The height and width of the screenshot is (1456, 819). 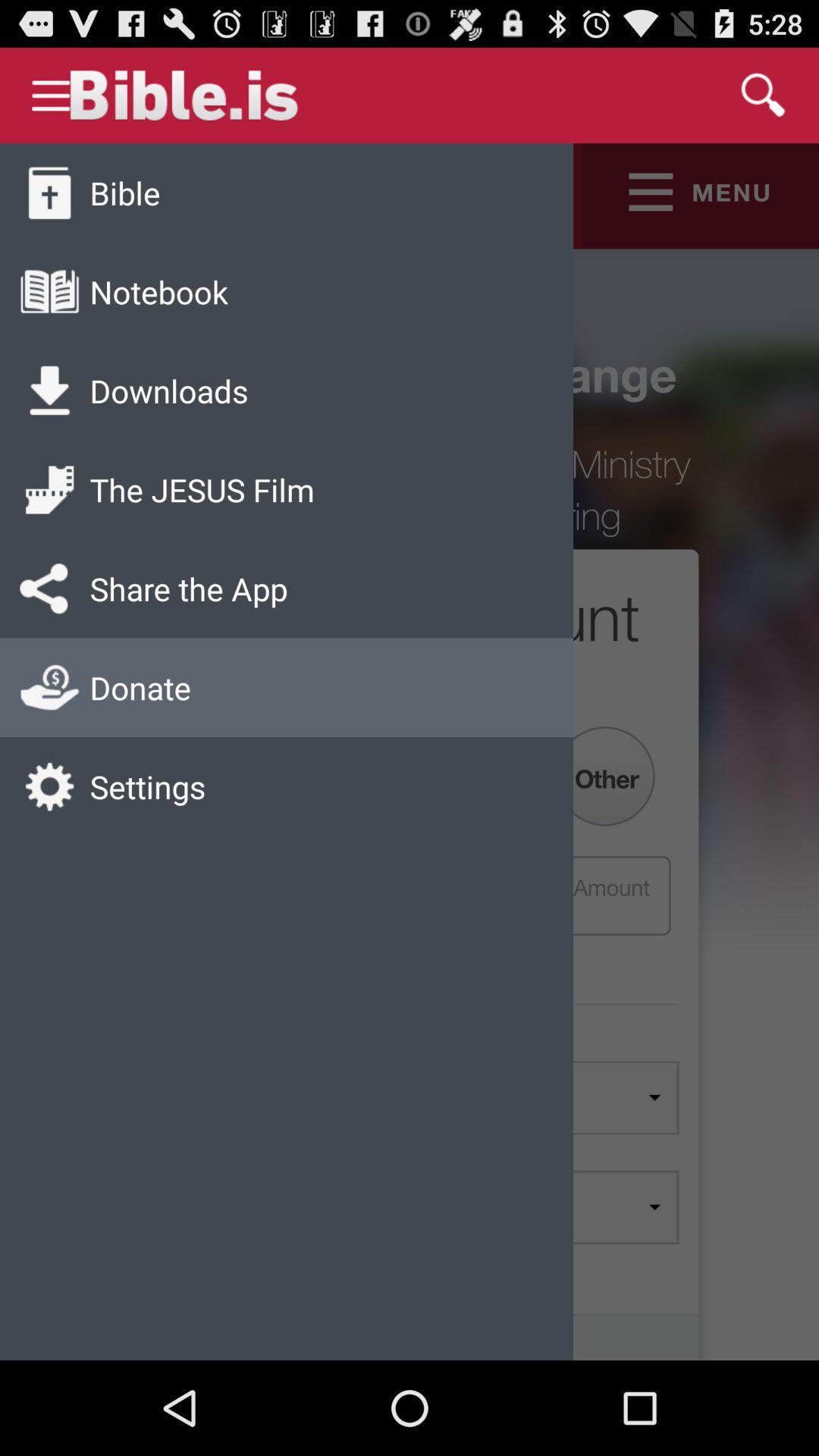 What do you see at coordinates (169, 391) in the screenshot?
I see `icon above the jesus film app` at bounding box center [169, 391].